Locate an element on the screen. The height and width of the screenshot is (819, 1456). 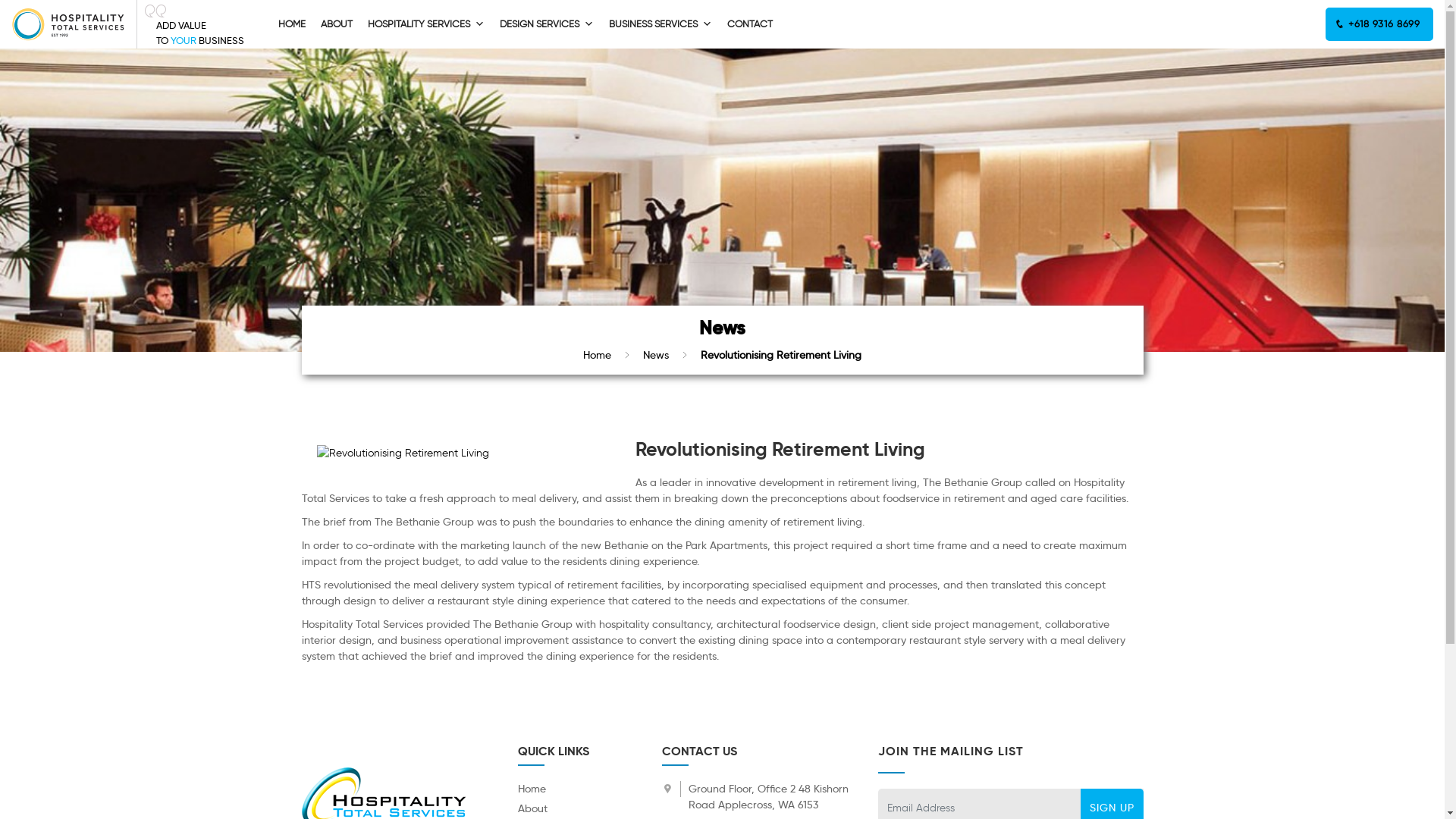
'BUSINESS SERVICES' is located at coordinates (660, 24).